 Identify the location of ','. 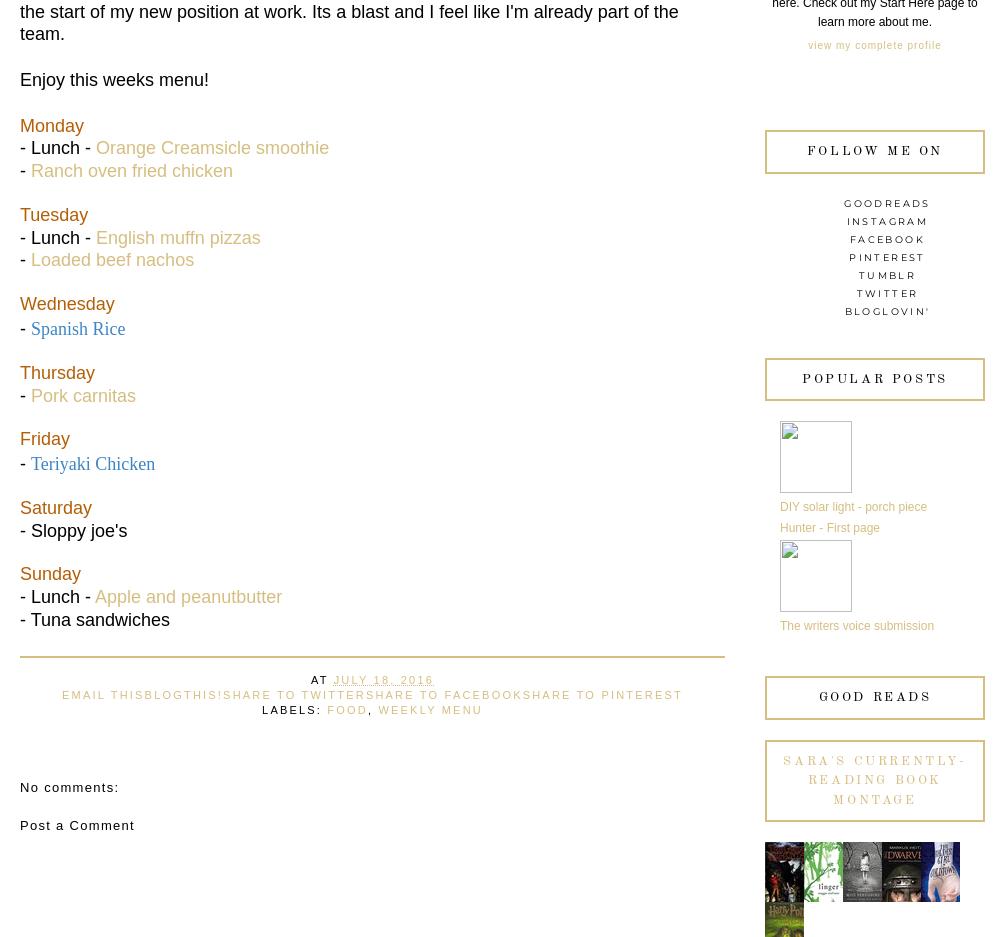
(371, 709).